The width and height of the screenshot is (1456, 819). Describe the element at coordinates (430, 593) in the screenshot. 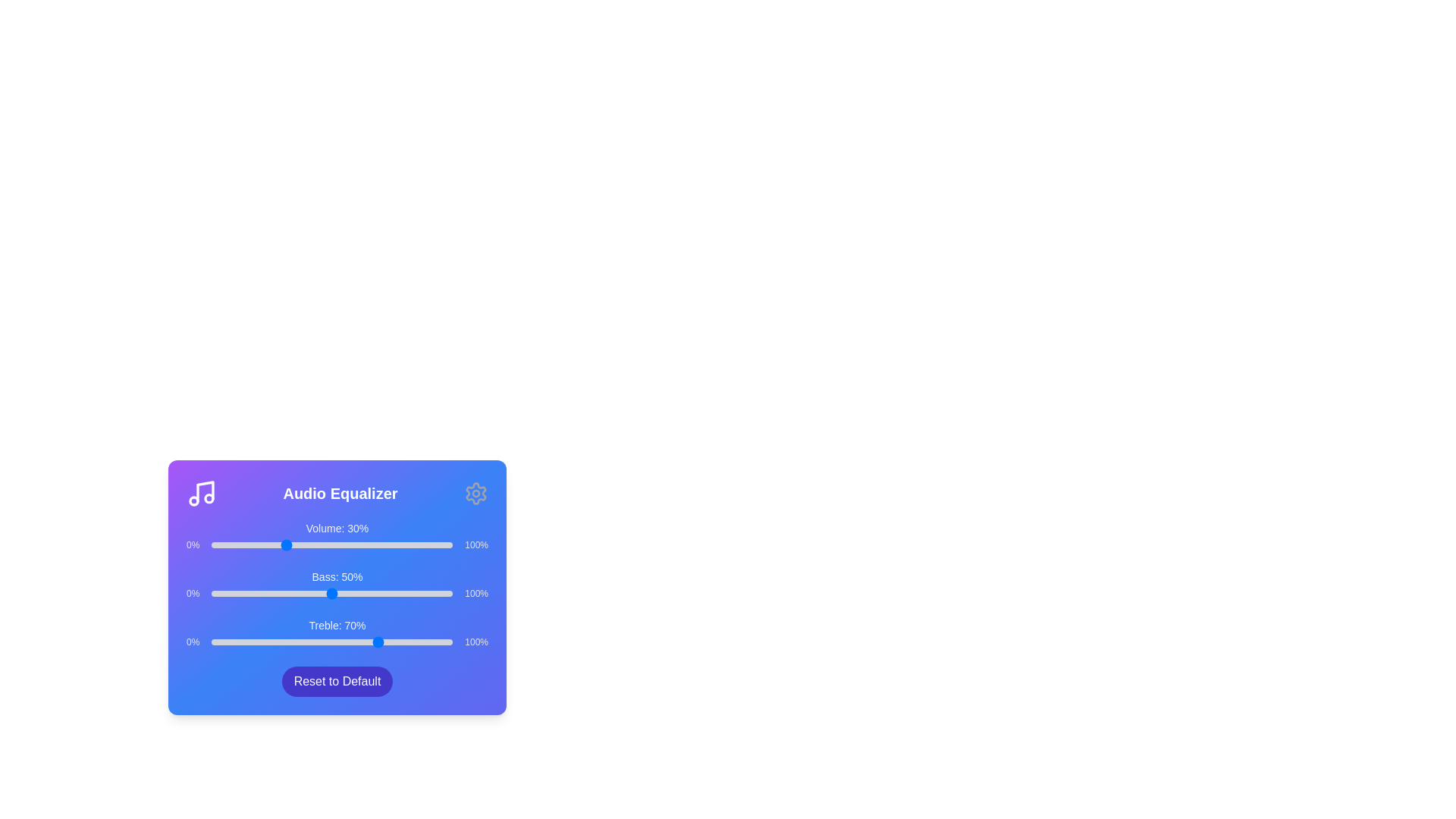

I see `the Bass slider to 91%` at that location.